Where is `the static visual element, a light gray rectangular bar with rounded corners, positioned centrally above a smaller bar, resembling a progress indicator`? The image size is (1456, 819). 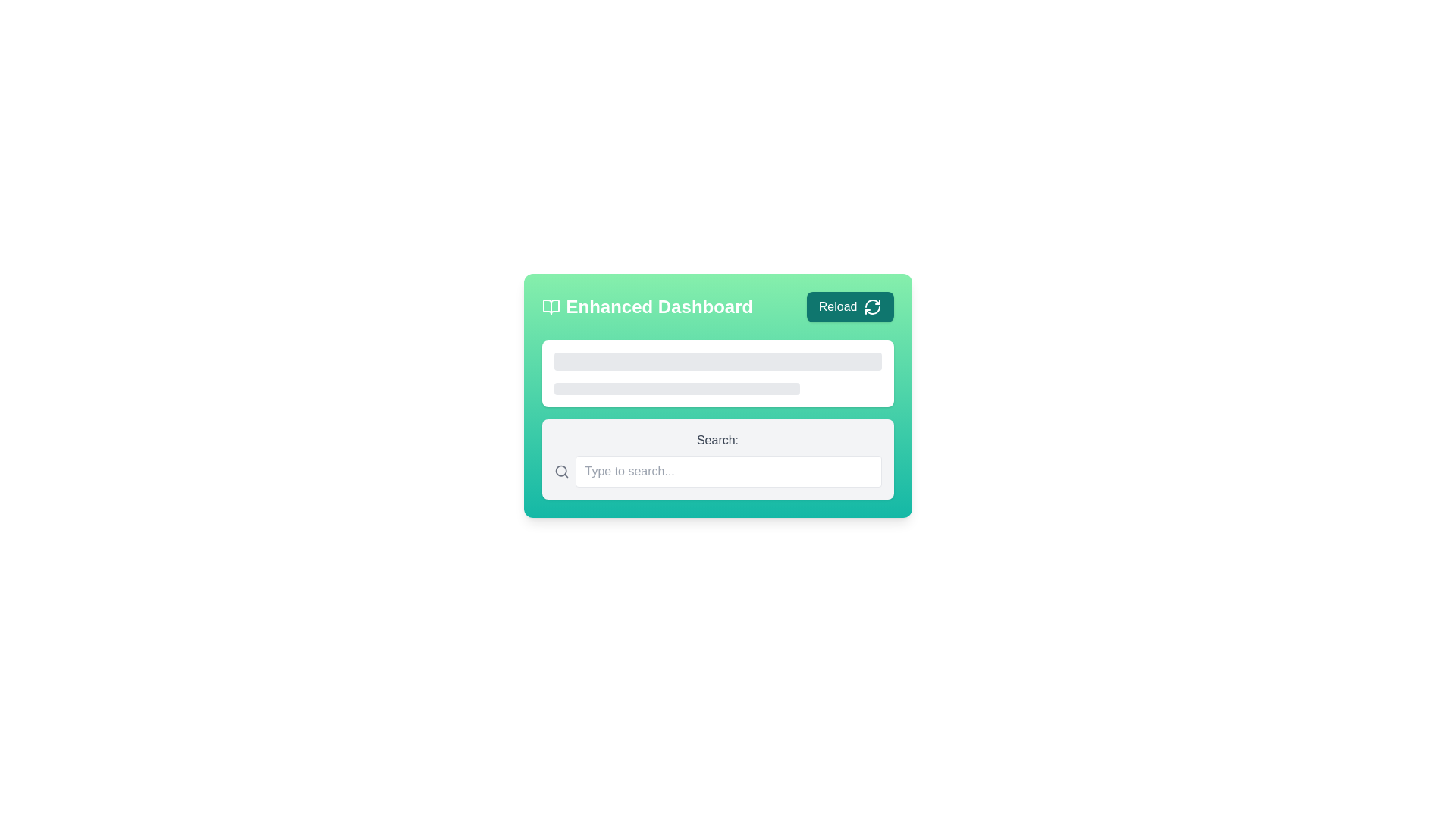
the static visual element, a light gray rectangular bar with rounded corners, positioned centrally above a smaller bar, resembling a progress indicator is located at coordinates (717, 362).